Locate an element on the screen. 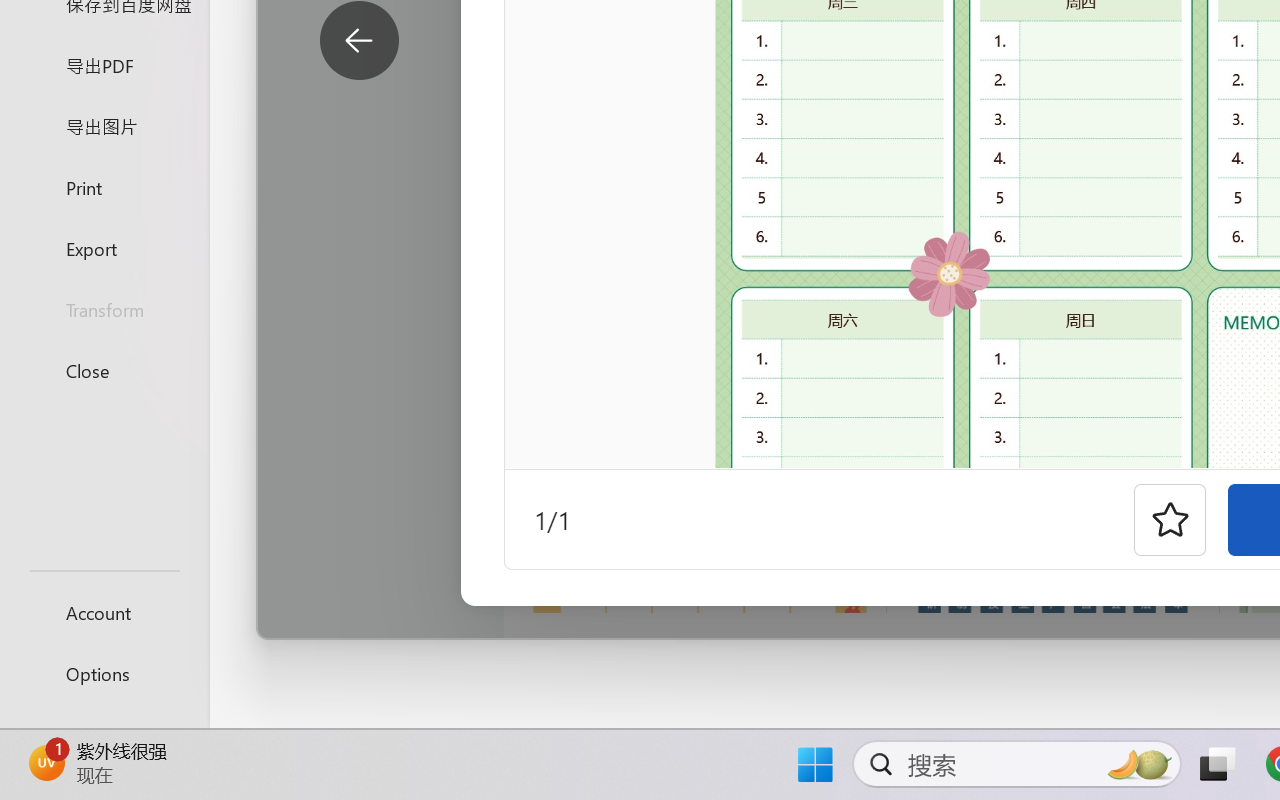 The width and height of the screenshot is (1280, 800). 'Export' is located at coordinates (103, 247).